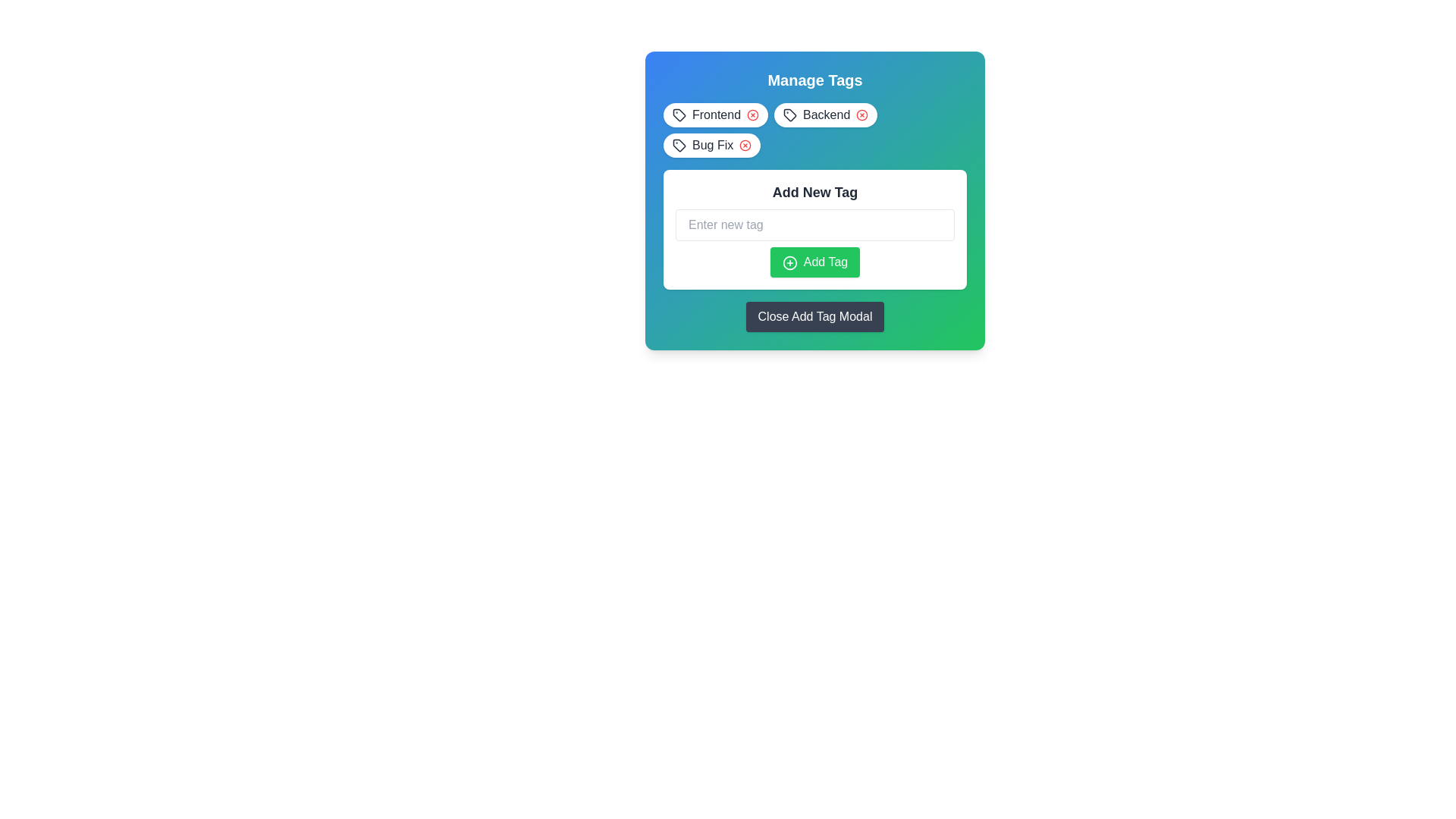  Describe the element at coordinates (814, 315) in the screenshot. I see `the 'Close Add Tag Modal' button, which is a rectangular button with white text on a dark gray background, located at the lower part of the modal interface` at that location.